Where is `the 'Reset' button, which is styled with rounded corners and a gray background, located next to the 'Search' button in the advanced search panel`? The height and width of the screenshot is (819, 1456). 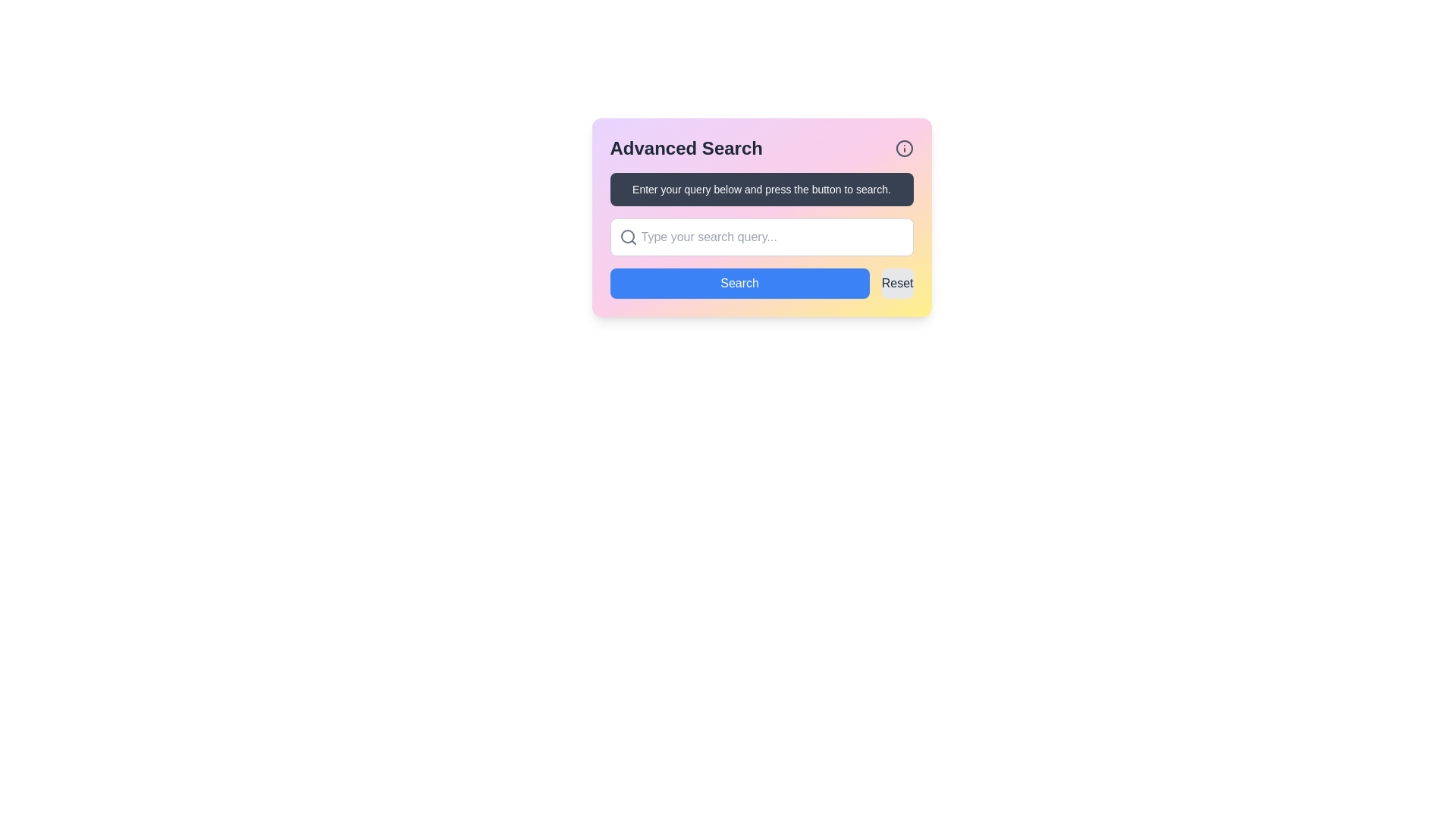
the 'Reset' button, which is styled with rounded corners and a gray background, located next to the 'Search' button in the advanced search panel is located at coordinates (897, 284).